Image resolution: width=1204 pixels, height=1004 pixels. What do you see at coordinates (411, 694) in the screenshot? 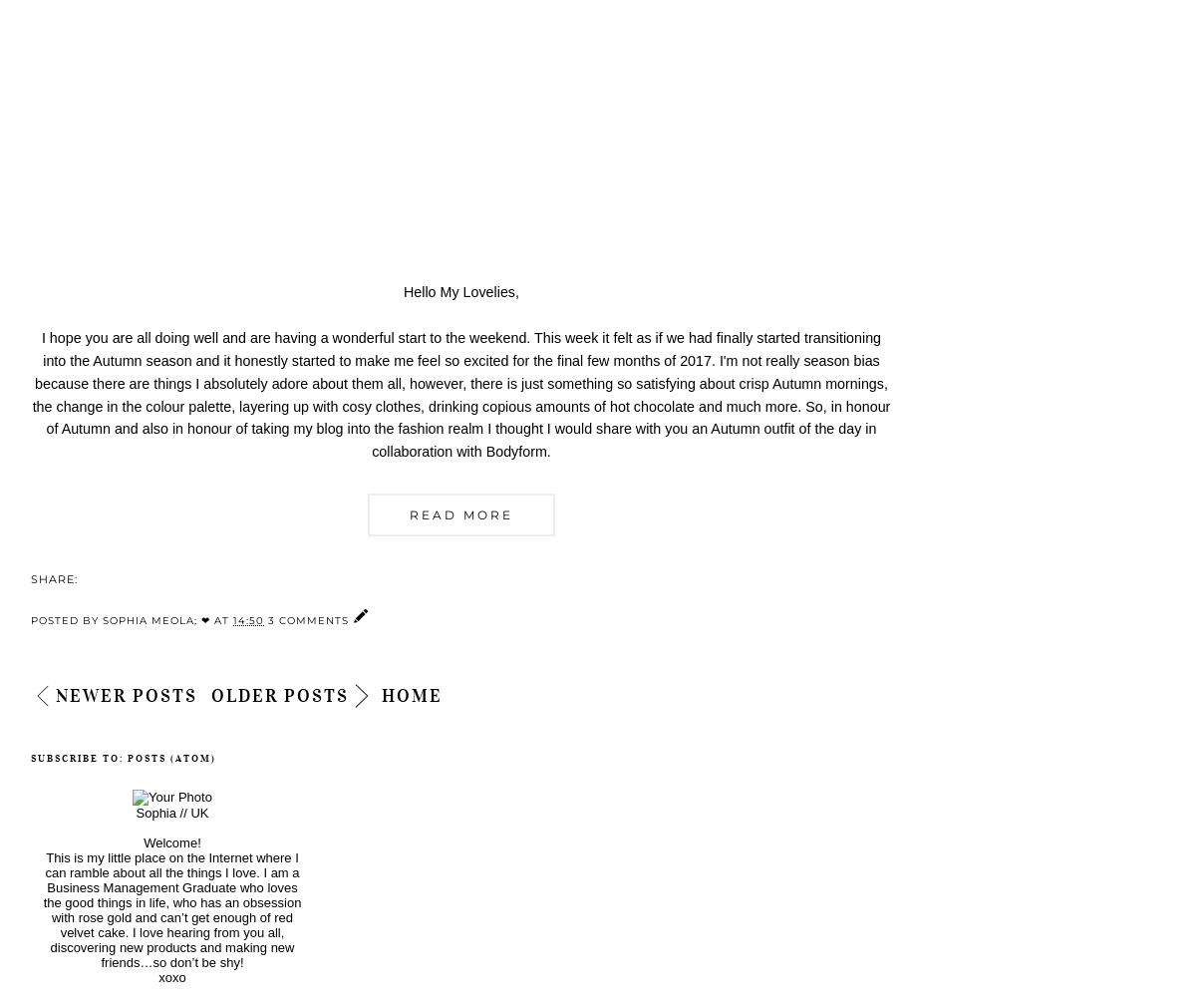
I see `'Home'` at bounding box center [411, 694].